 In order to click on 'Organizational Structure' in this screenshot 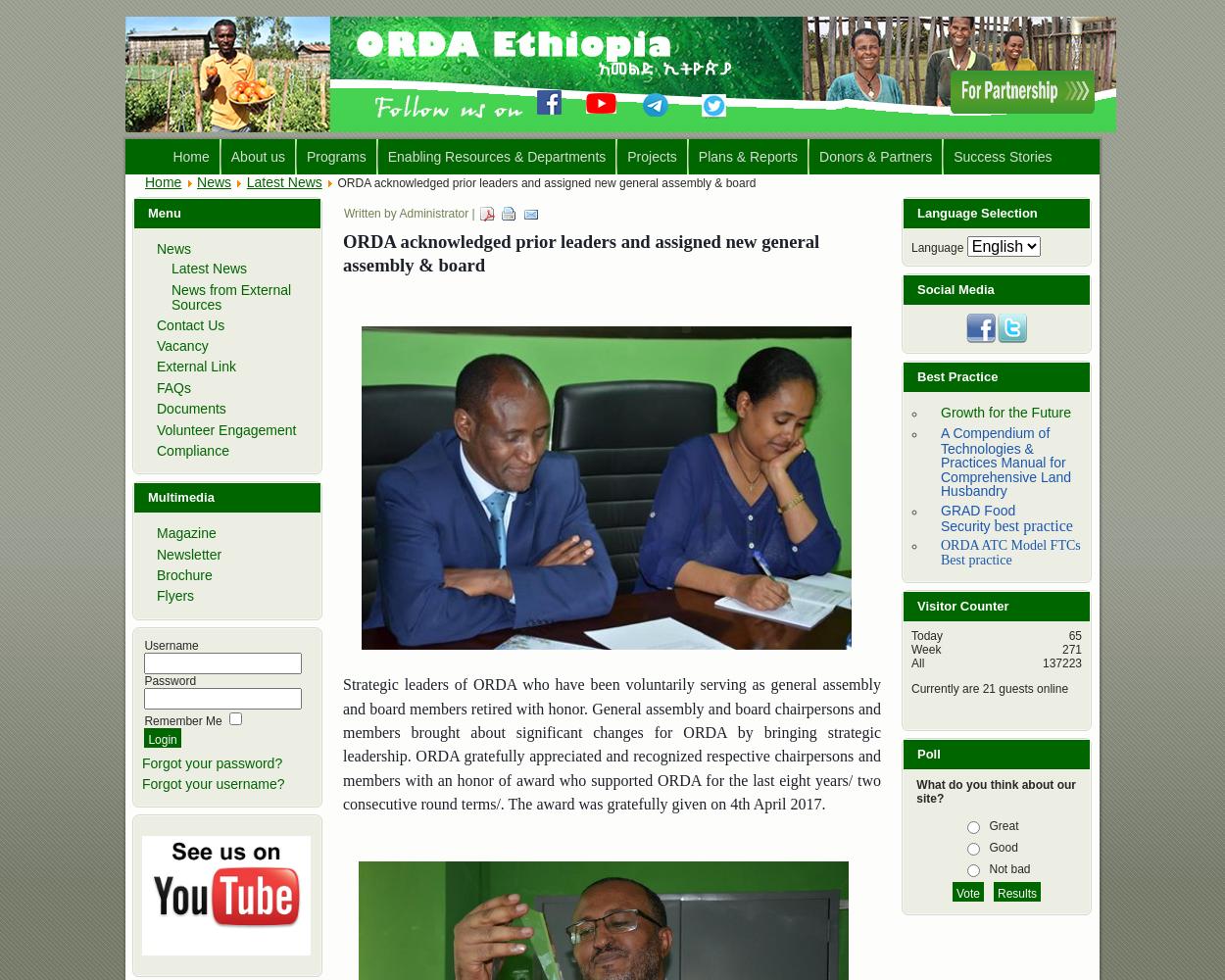, I will do `click(306, 230)`.